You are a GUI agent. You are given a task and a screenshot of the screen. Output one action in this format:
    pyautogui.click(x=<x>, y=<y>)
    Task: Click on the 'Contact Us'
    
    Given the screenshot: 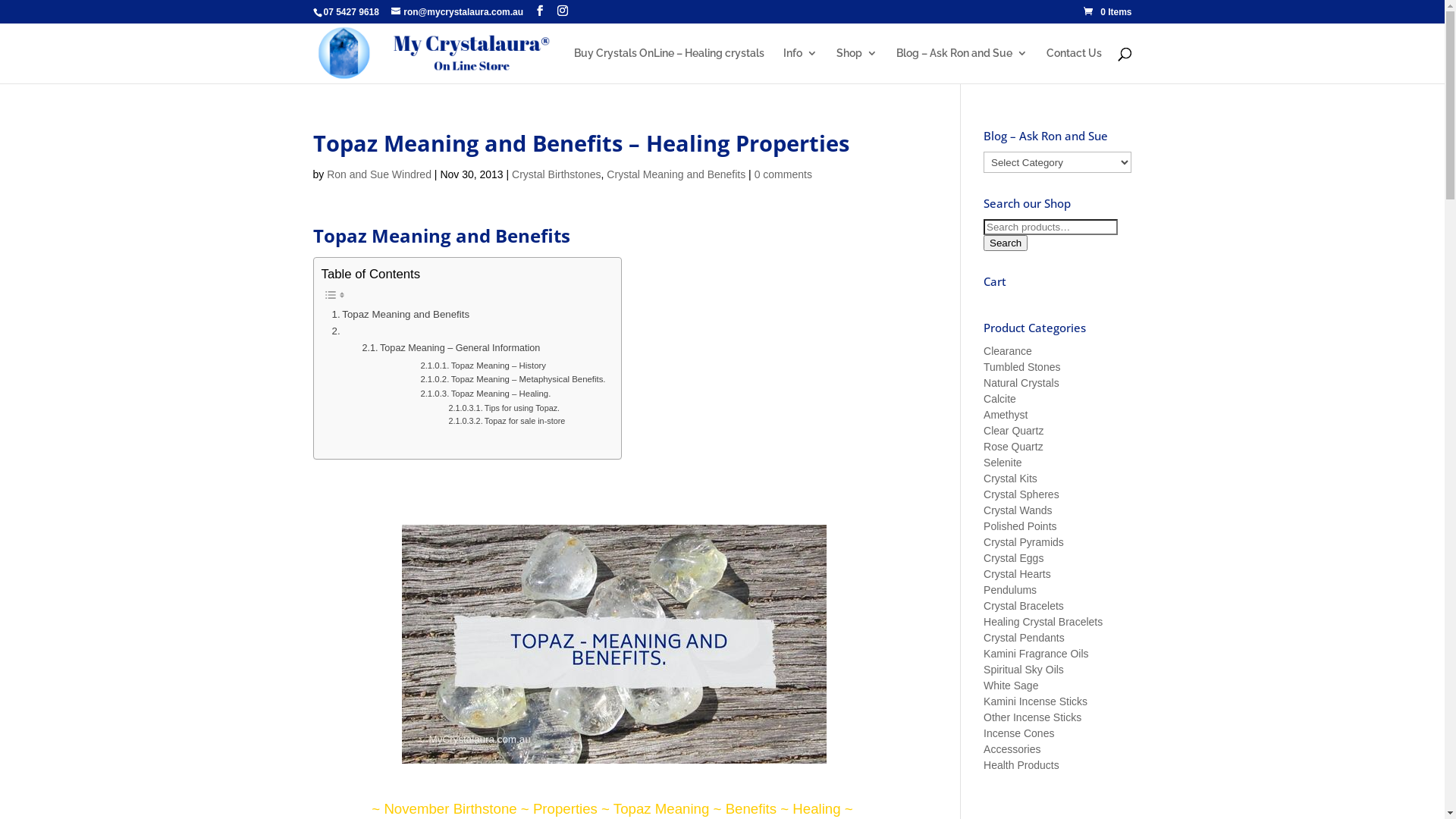 What is the action you would take?
    pyautogui.click(x=1073, y=64)
    